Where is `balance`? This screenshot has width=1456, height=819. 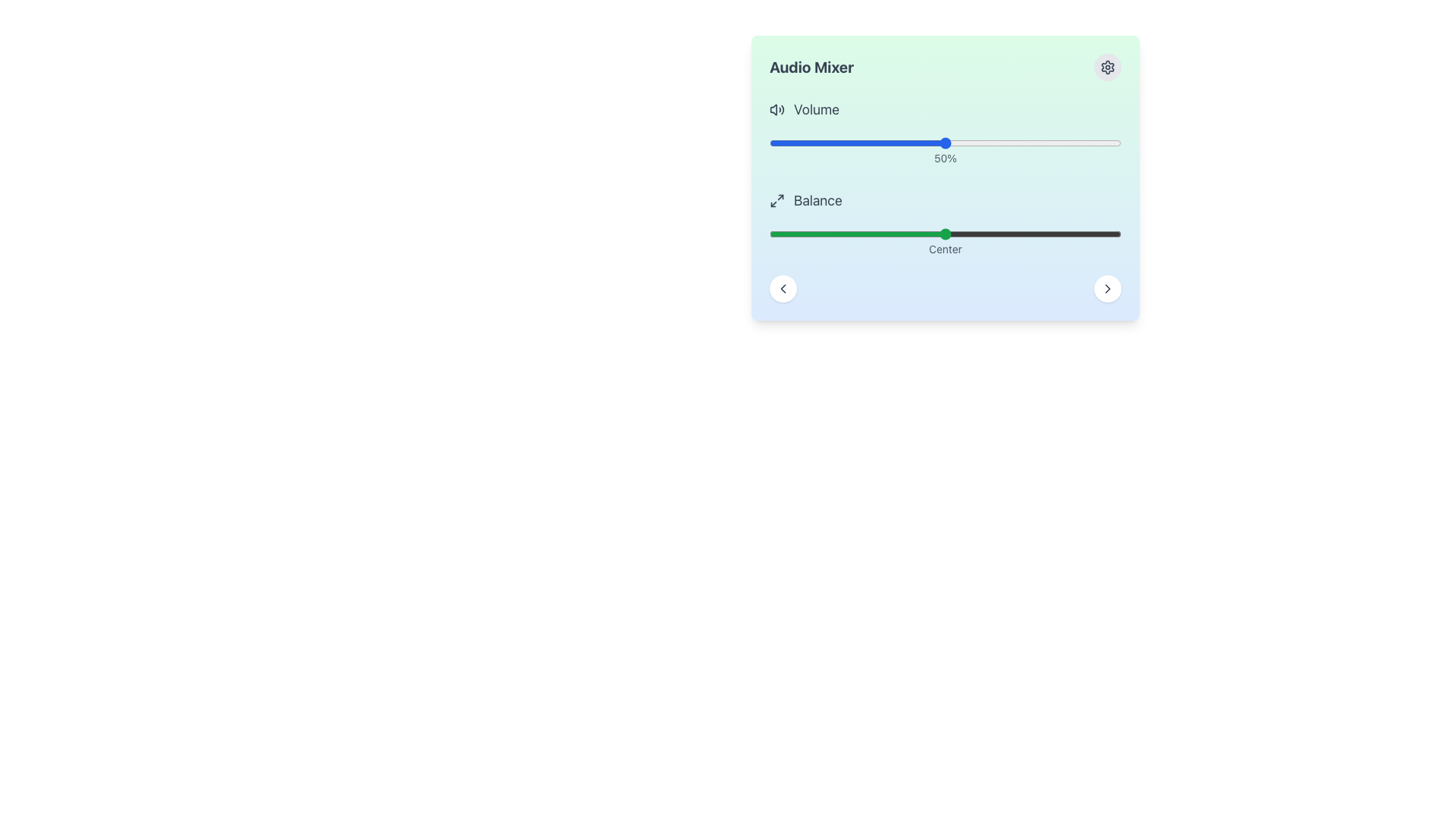
balance is located at coordinates (916, 234).